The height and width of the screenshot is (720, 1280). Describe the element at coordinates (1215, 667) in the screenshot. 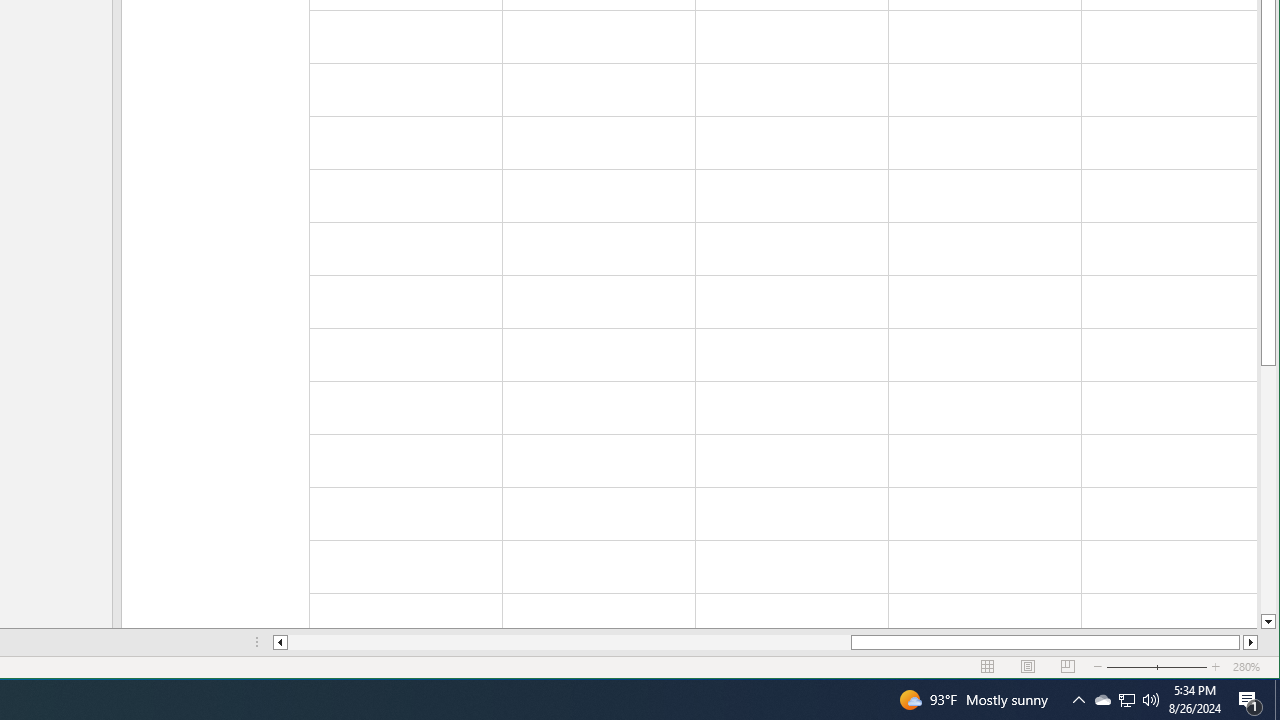

I see `'Zoom In'` at that location.